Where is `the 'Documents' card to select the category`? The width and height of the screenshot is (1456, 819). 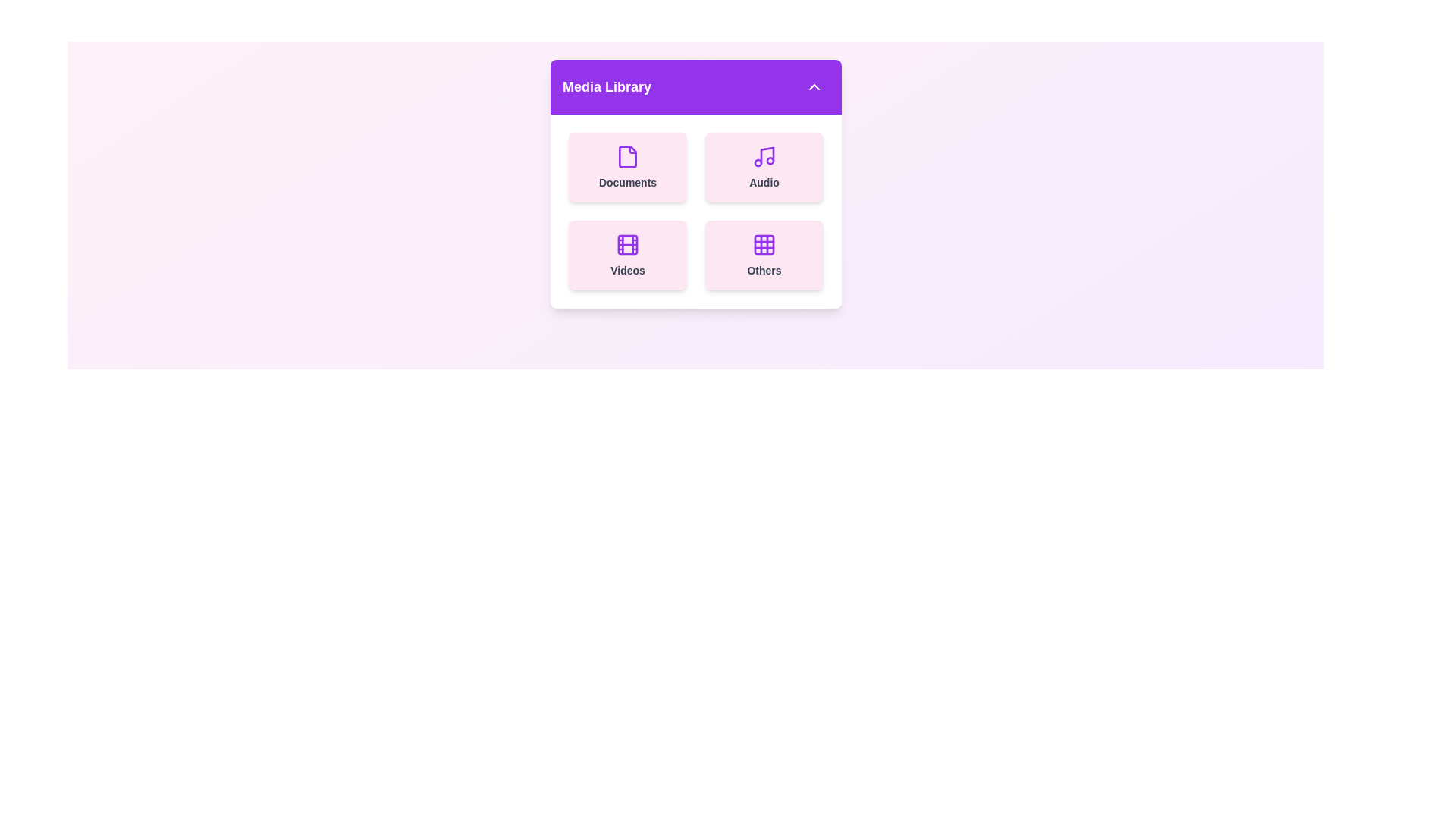
the 'Documents' card to select the category is located at coordinates (628, 167).